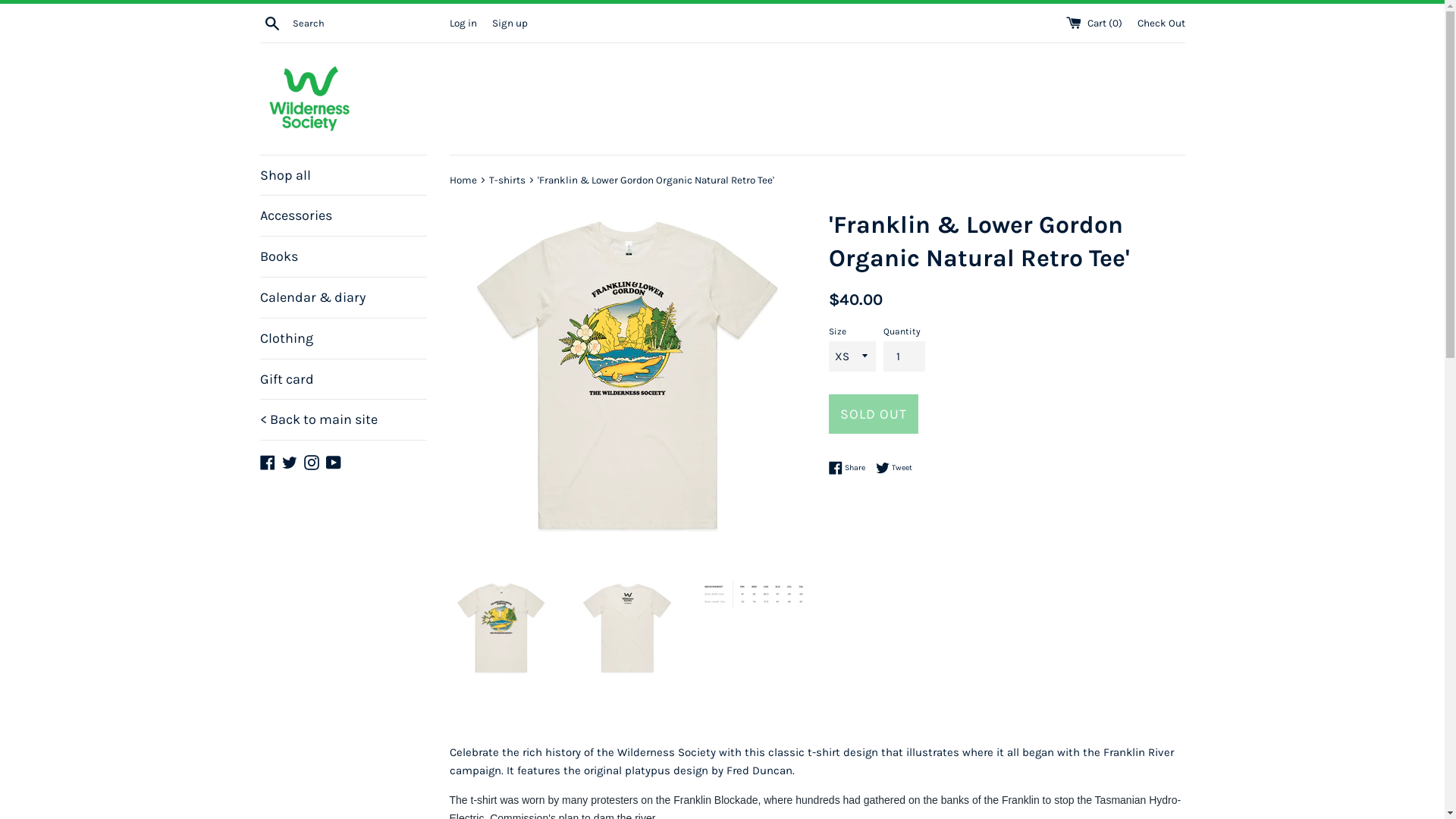 This screenshot has width=1456, height=819. What do you see at coordinates (333, 460) in the screenshot?
I see `'YouTube'` at bounding box center [333, 460].